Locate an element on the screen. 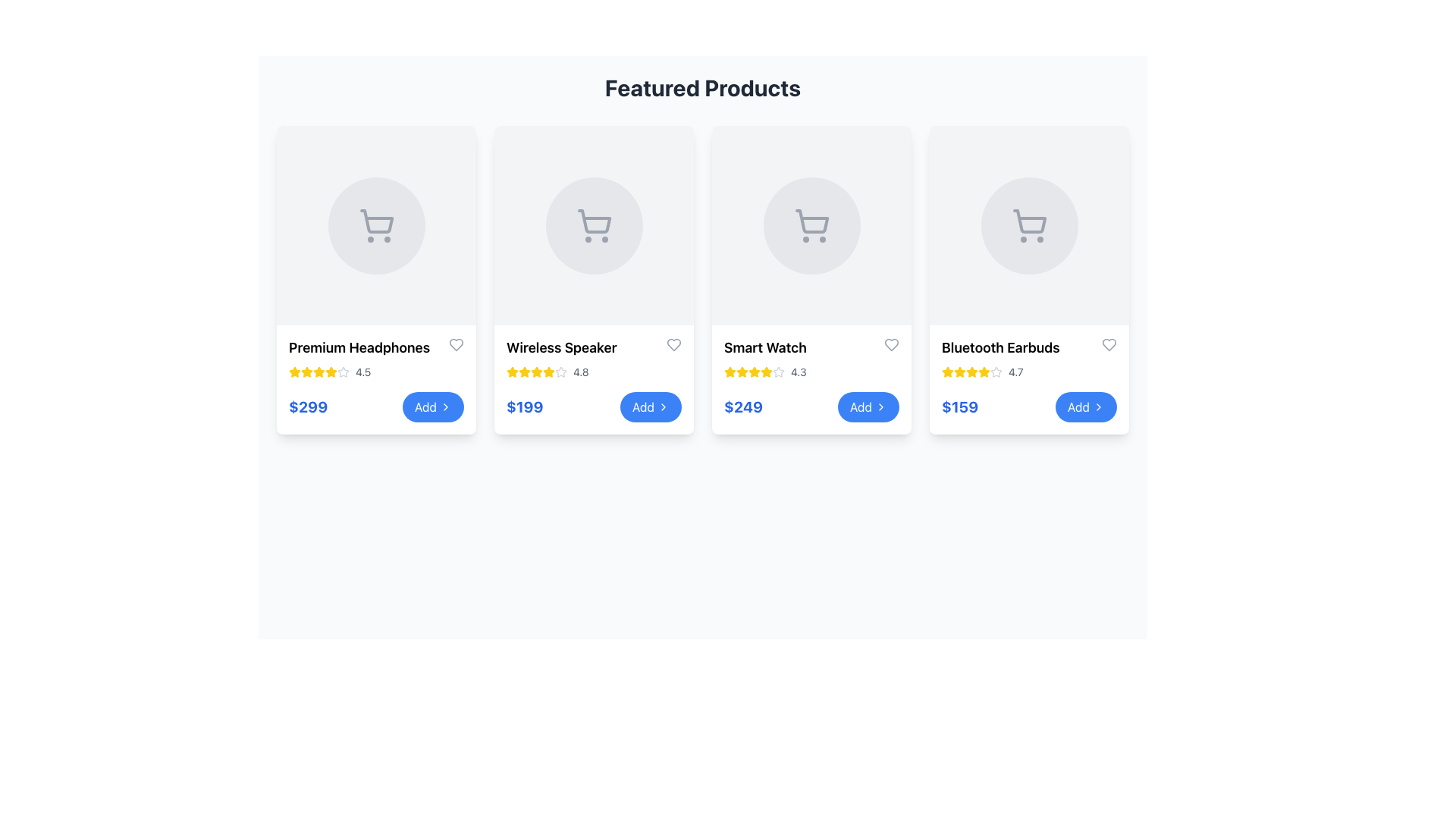 The width and height of the screenshot is (1456, 819). the first yellow star rating icon under the product title 'Premium Headphones' in the first product card is located at coordinates (306, 372).